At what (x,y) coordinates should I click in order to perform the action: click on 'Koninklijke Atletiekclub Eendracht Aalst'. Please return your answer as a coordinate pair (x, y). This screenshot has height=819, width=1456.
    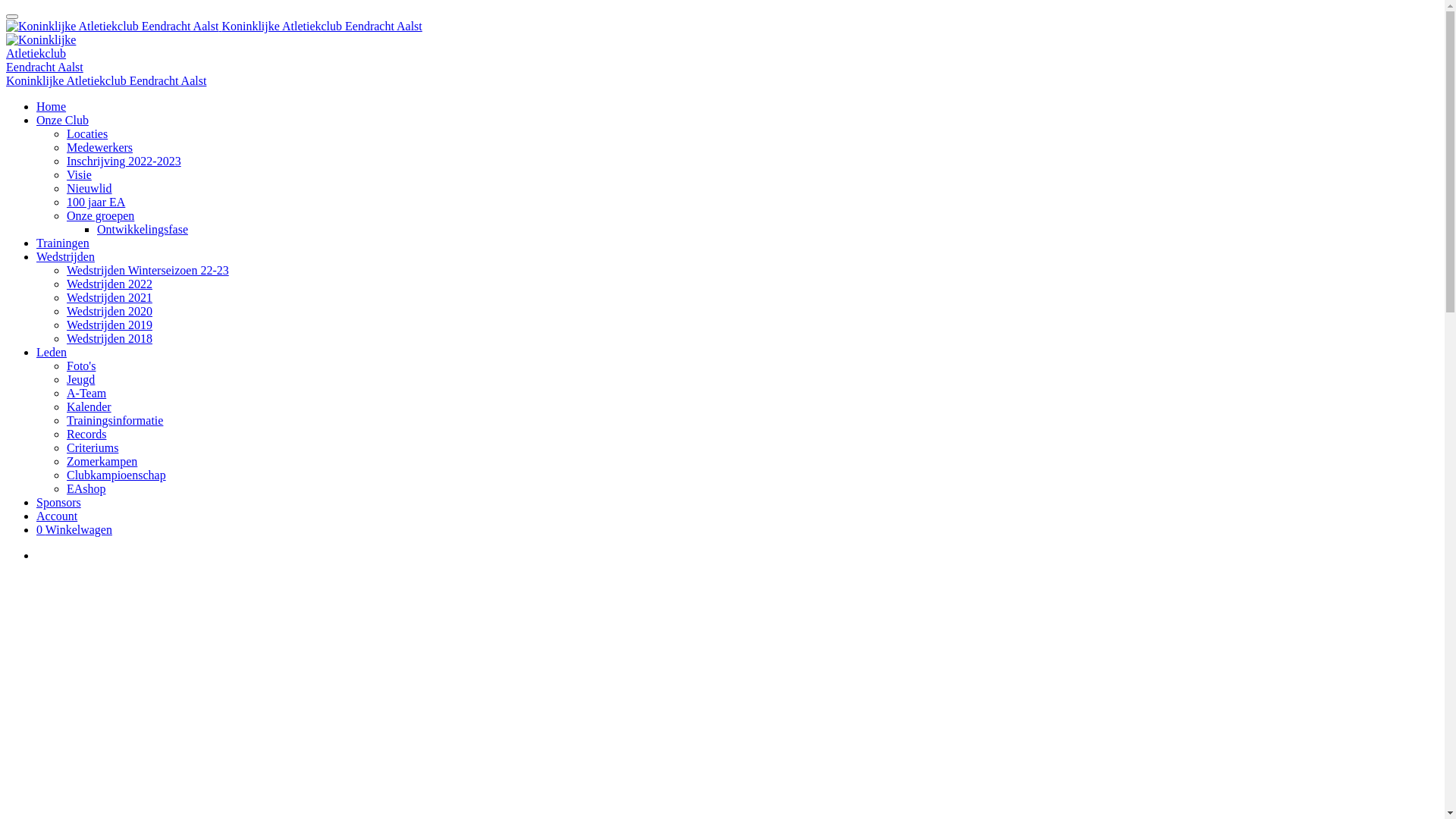
    Looking at the image, I should click on (48, 52).